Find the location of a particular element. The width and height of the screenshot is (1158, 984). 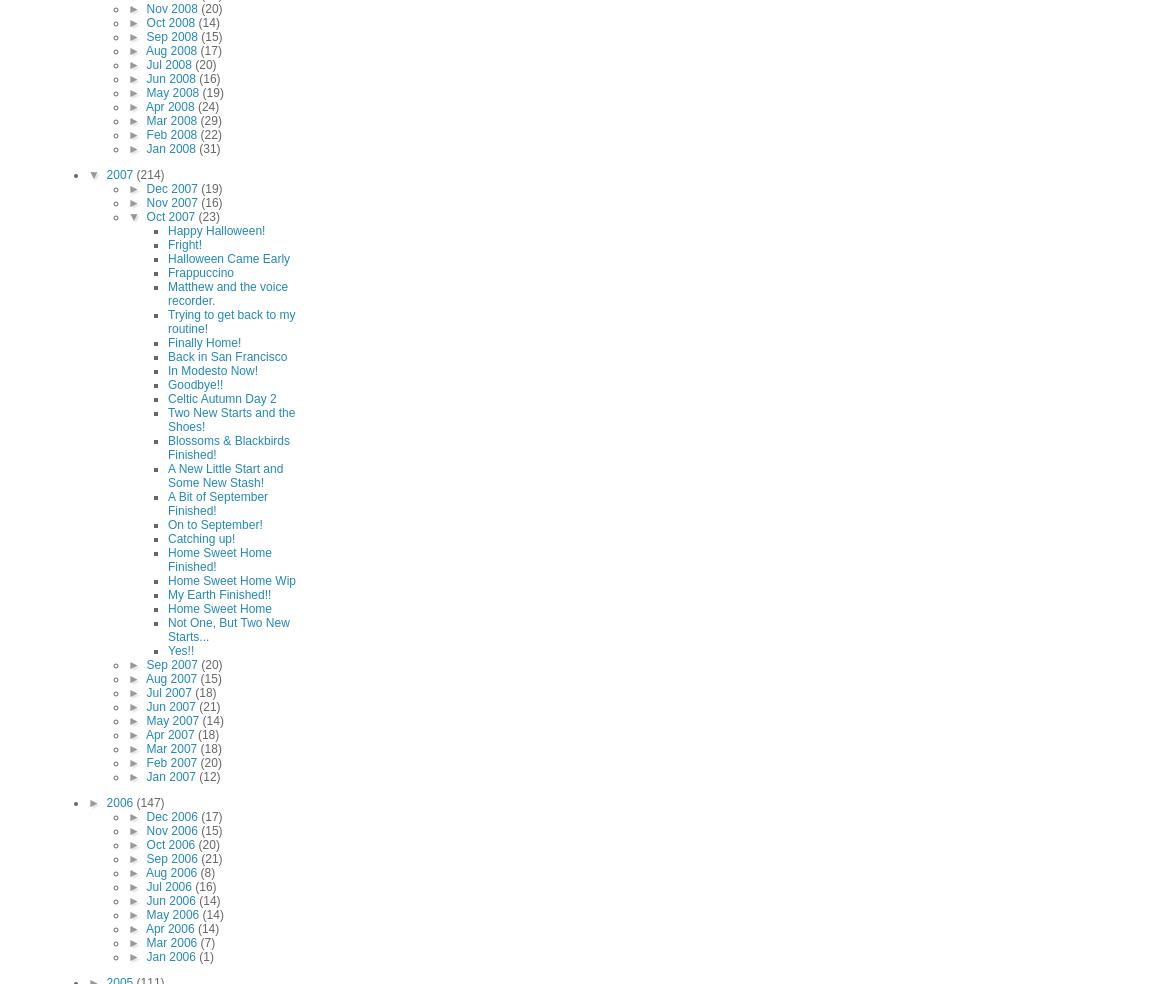

'(31)' is located at coordinates (209, 148).